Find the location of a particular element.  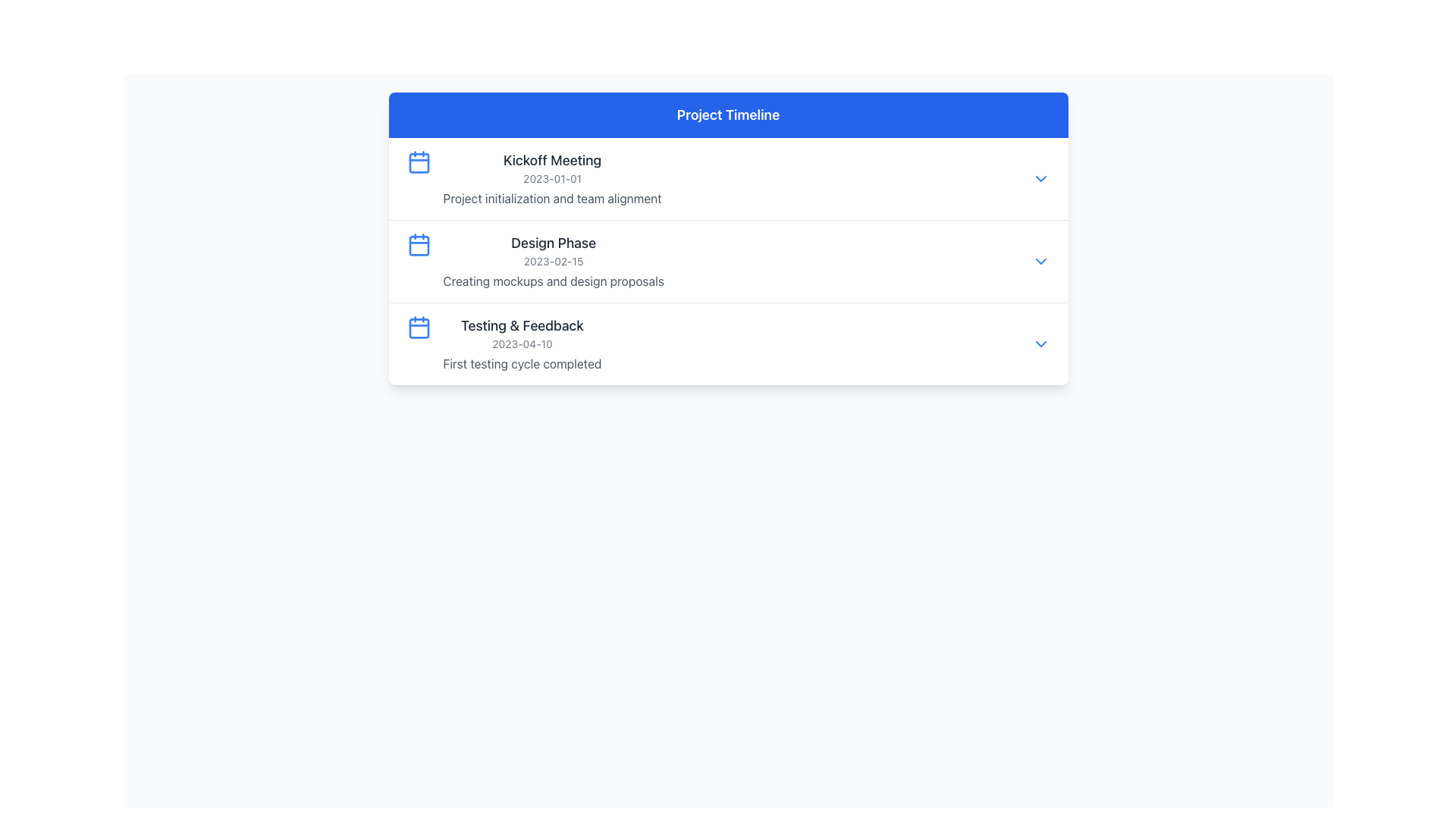

the 'Testing & Feedback' phase entry in the Project Timeline interface, which is the third section in the list of timeline events is located at coordinates (728, 344).